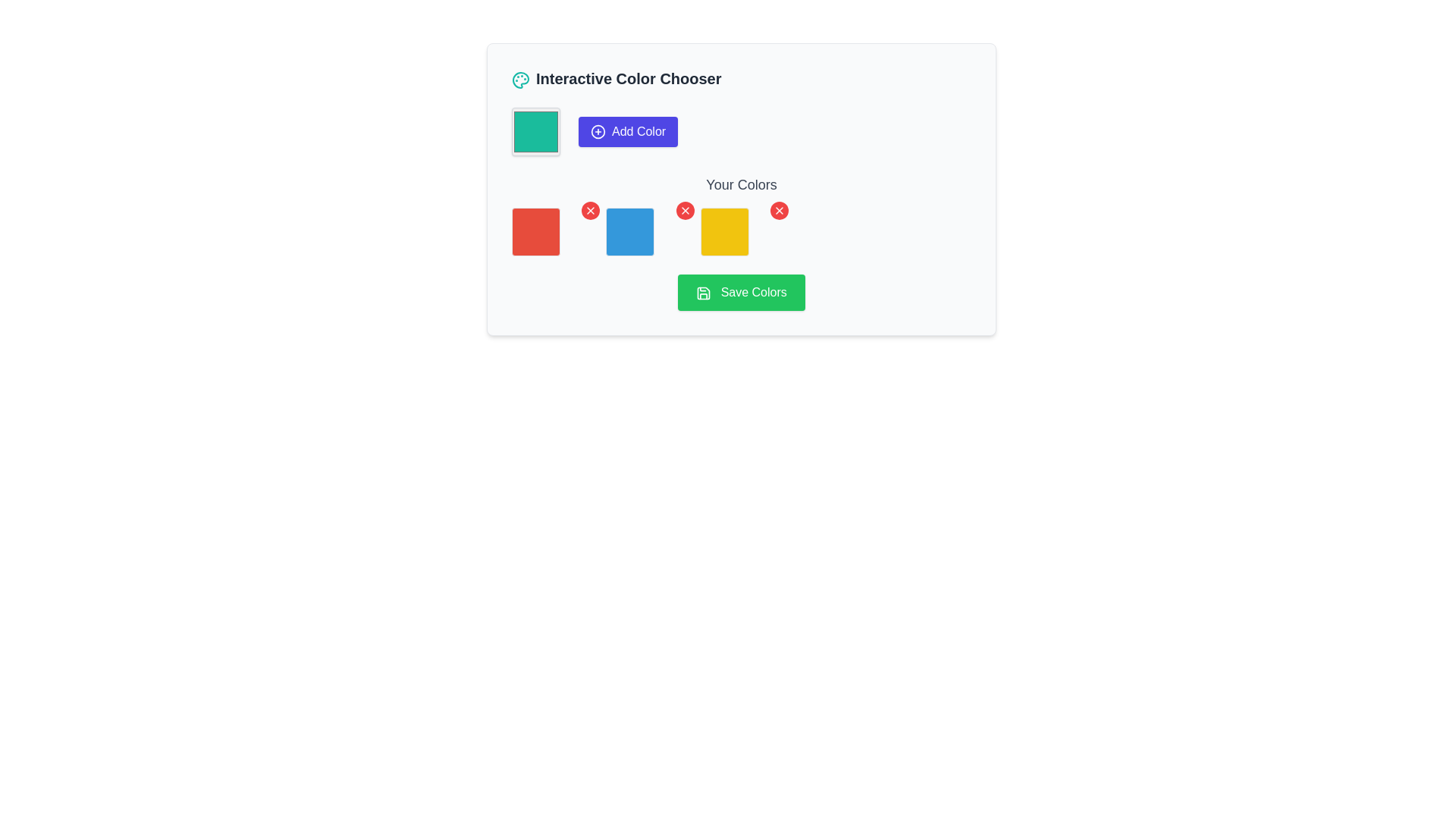 This screenshot has height=819, width=1456. Describe the element at coordinates (742, 184) in the screenshot. I see `the text label that serves as a section title for the content related to colors associated with the user, positioned below the 'Add Color' button` at that location.